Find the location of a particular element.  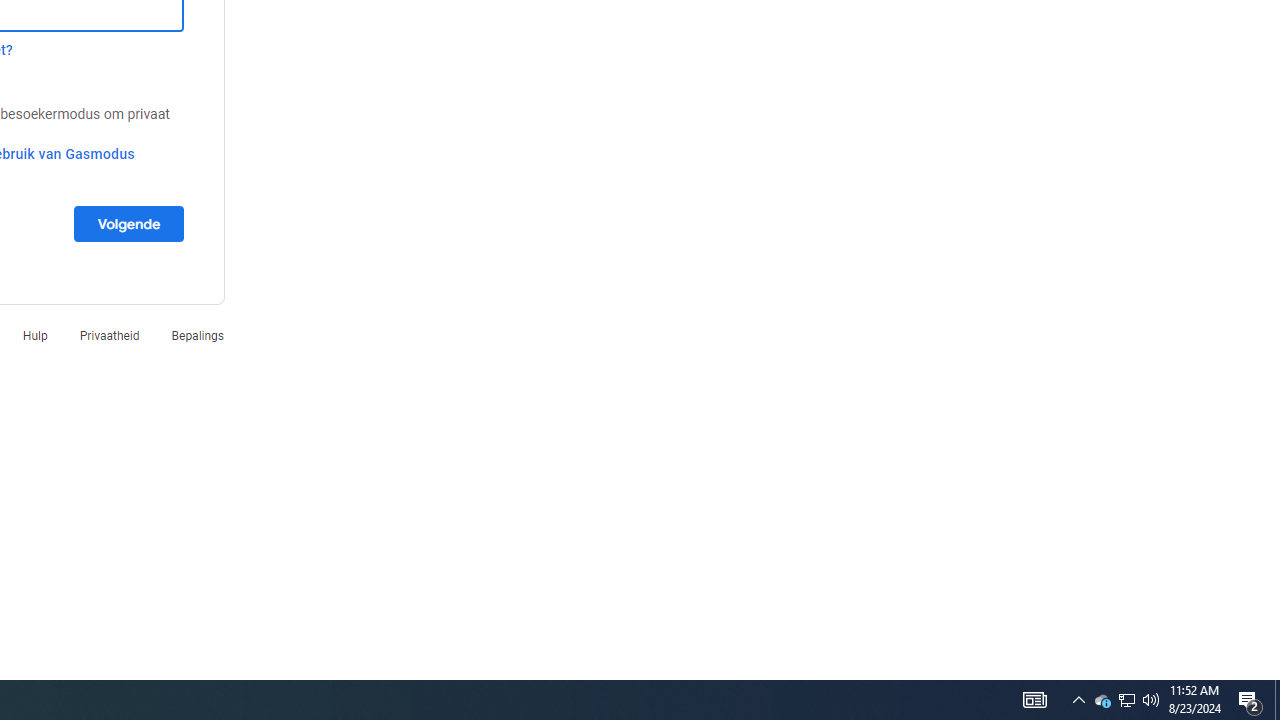

'Privaatheid' is located at coordinates (108, 334).